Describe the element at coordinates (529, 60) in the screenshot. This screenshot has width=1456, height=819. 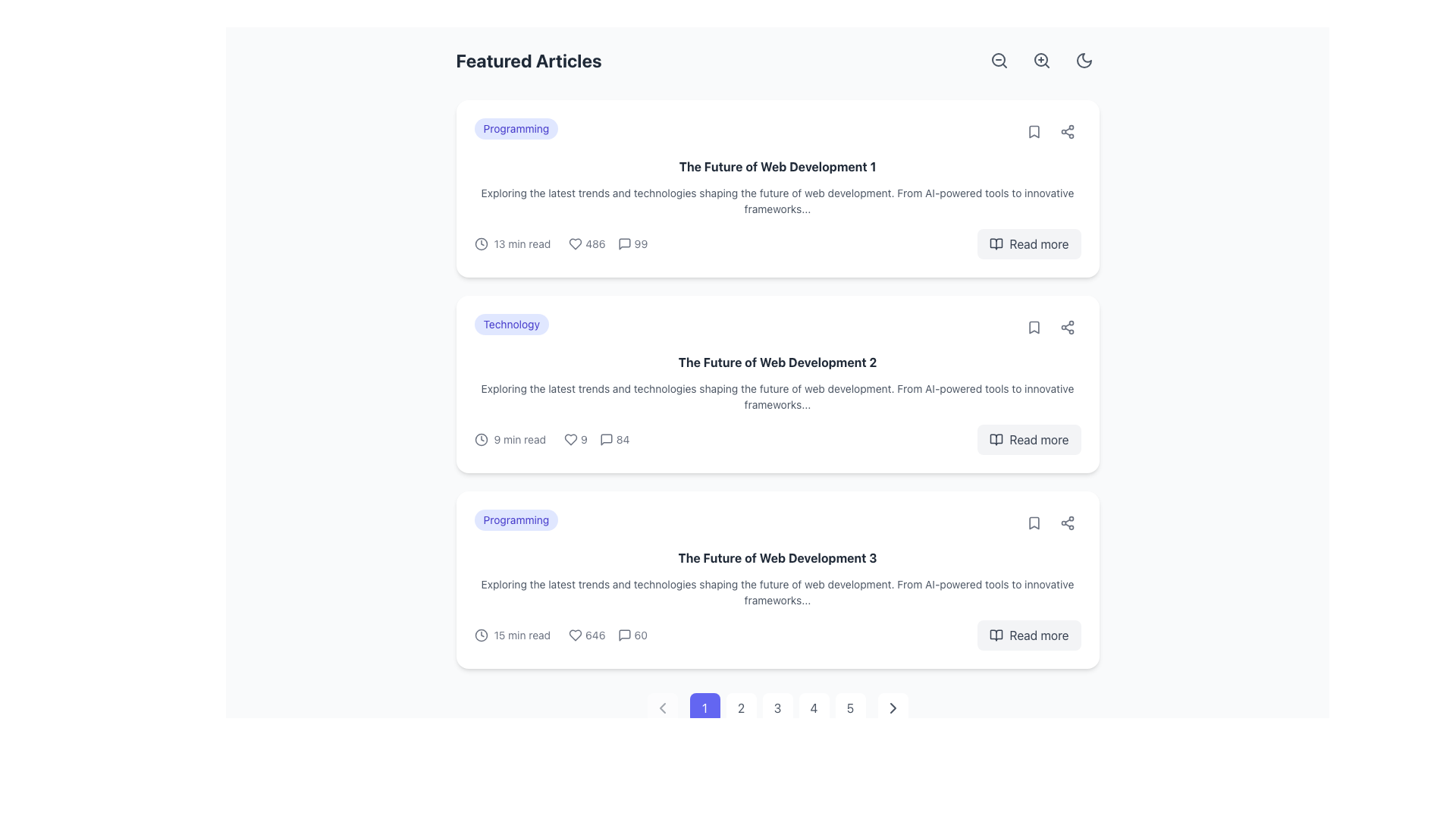
I see `text header that serves as a label for the featured articles section, positioned at the upper-left of the content area` at that location.